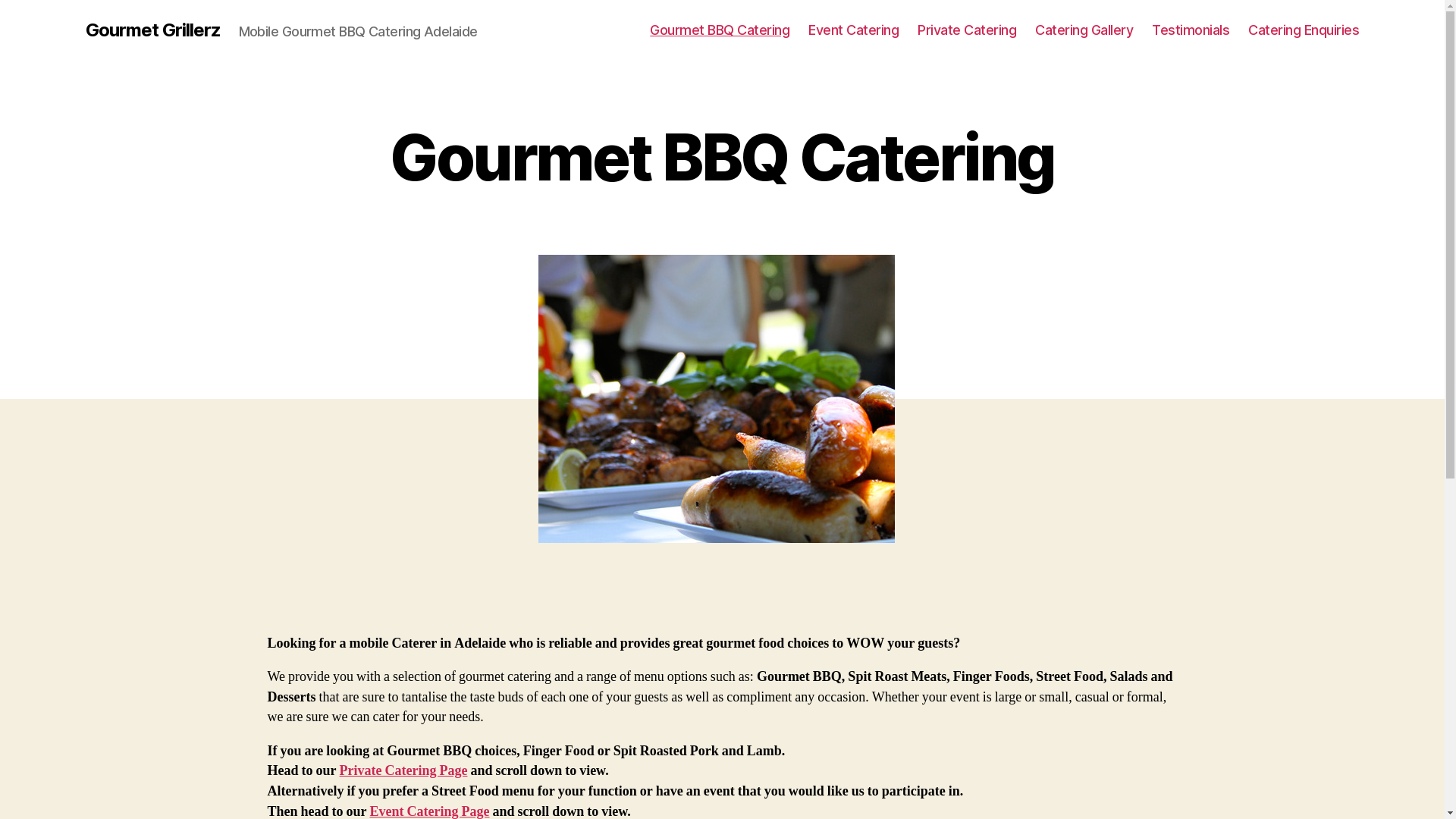 Image resolution: width=1456 pixels, height=819 pixels. What do you see at coordinates (1302, 30) in the screenshot?
I see `'Catering Enquiries'` at bounding box center [1302, 30].